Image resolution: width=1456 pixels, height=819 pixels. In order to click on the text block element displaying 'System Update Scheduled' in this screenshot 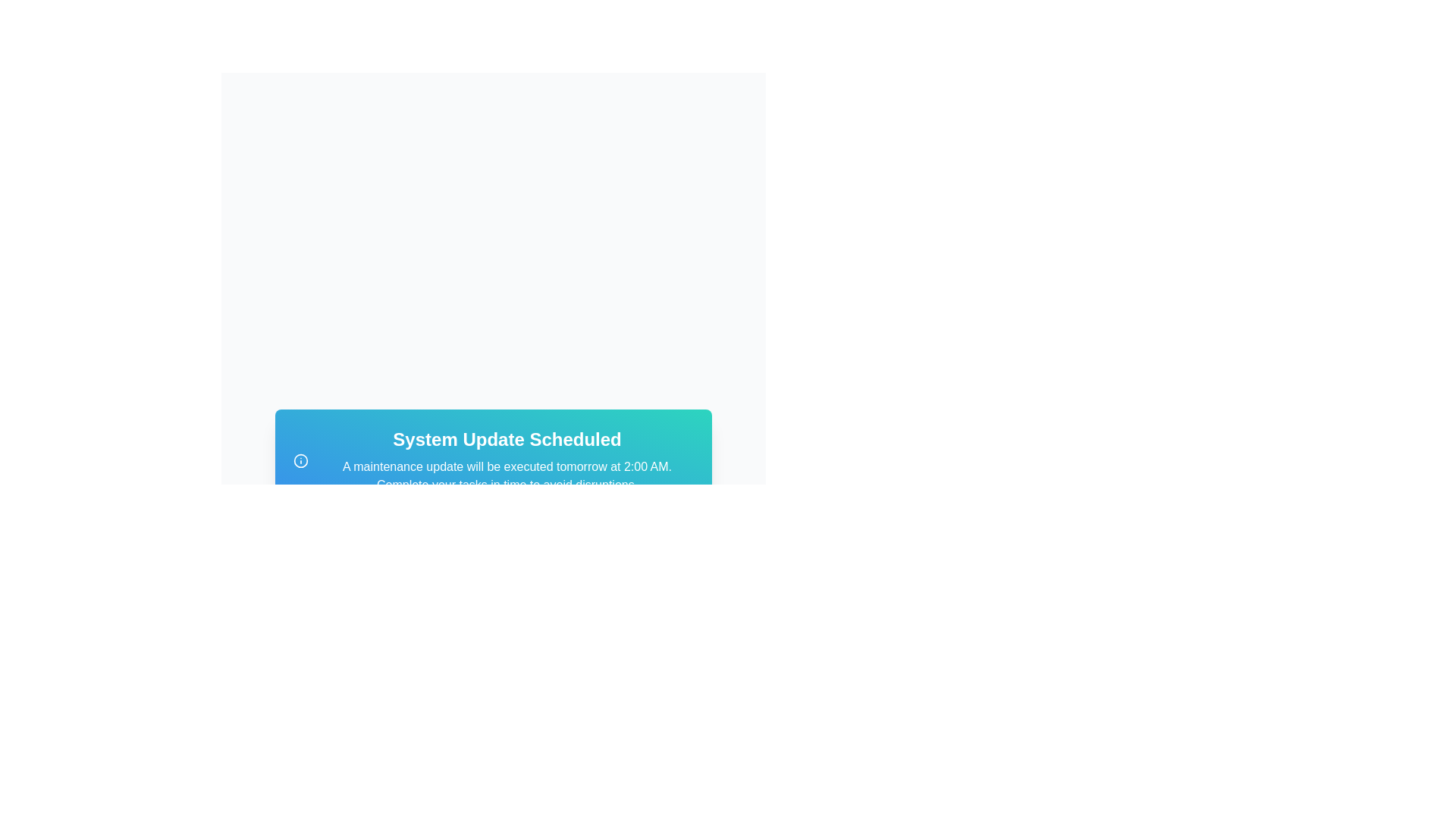, I will do `click(494, 460)`.